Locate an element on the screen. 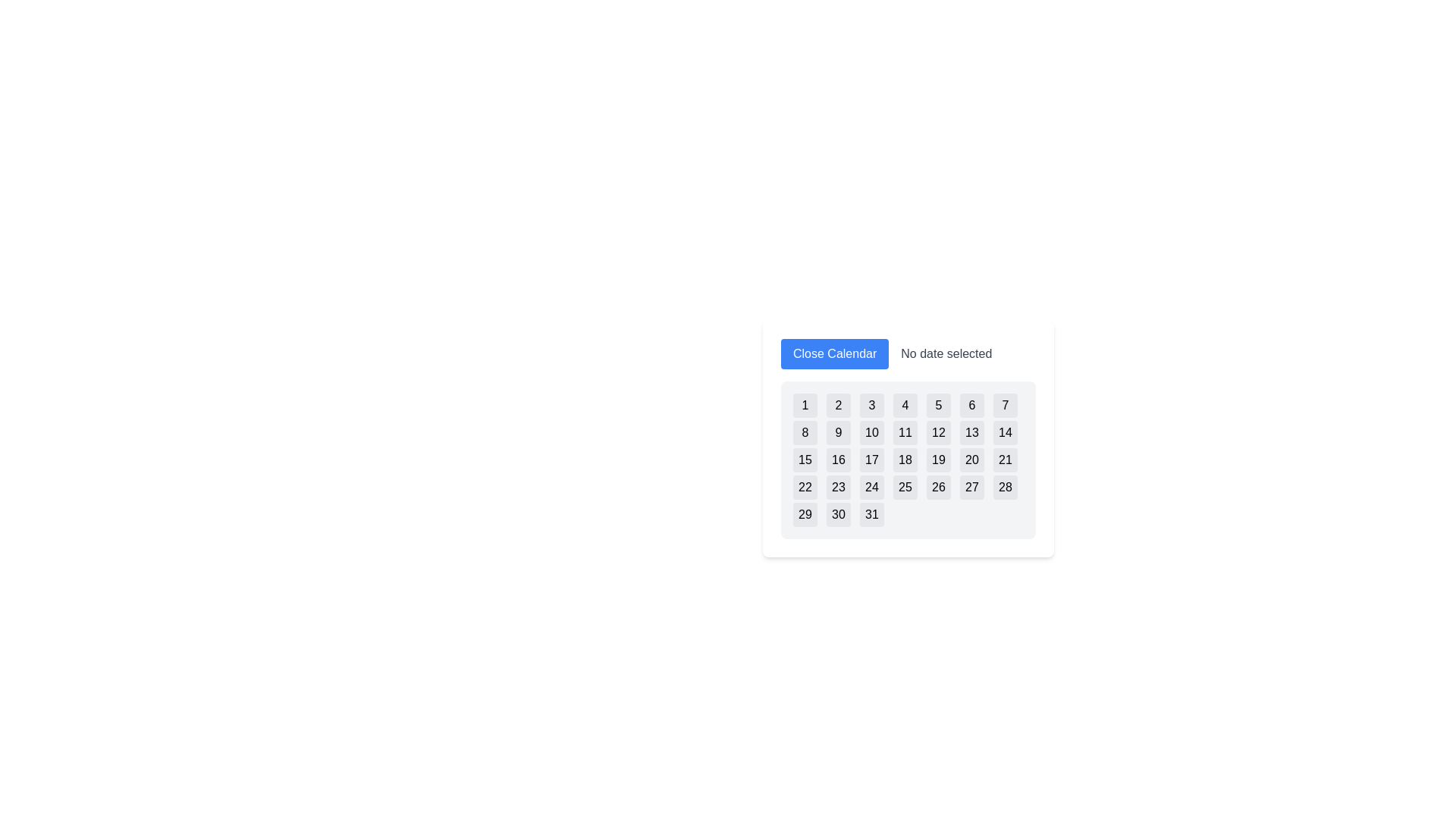  the square-shaped button with rounded corners and the number '22' in bold black text is located at coordinates (804, 488).